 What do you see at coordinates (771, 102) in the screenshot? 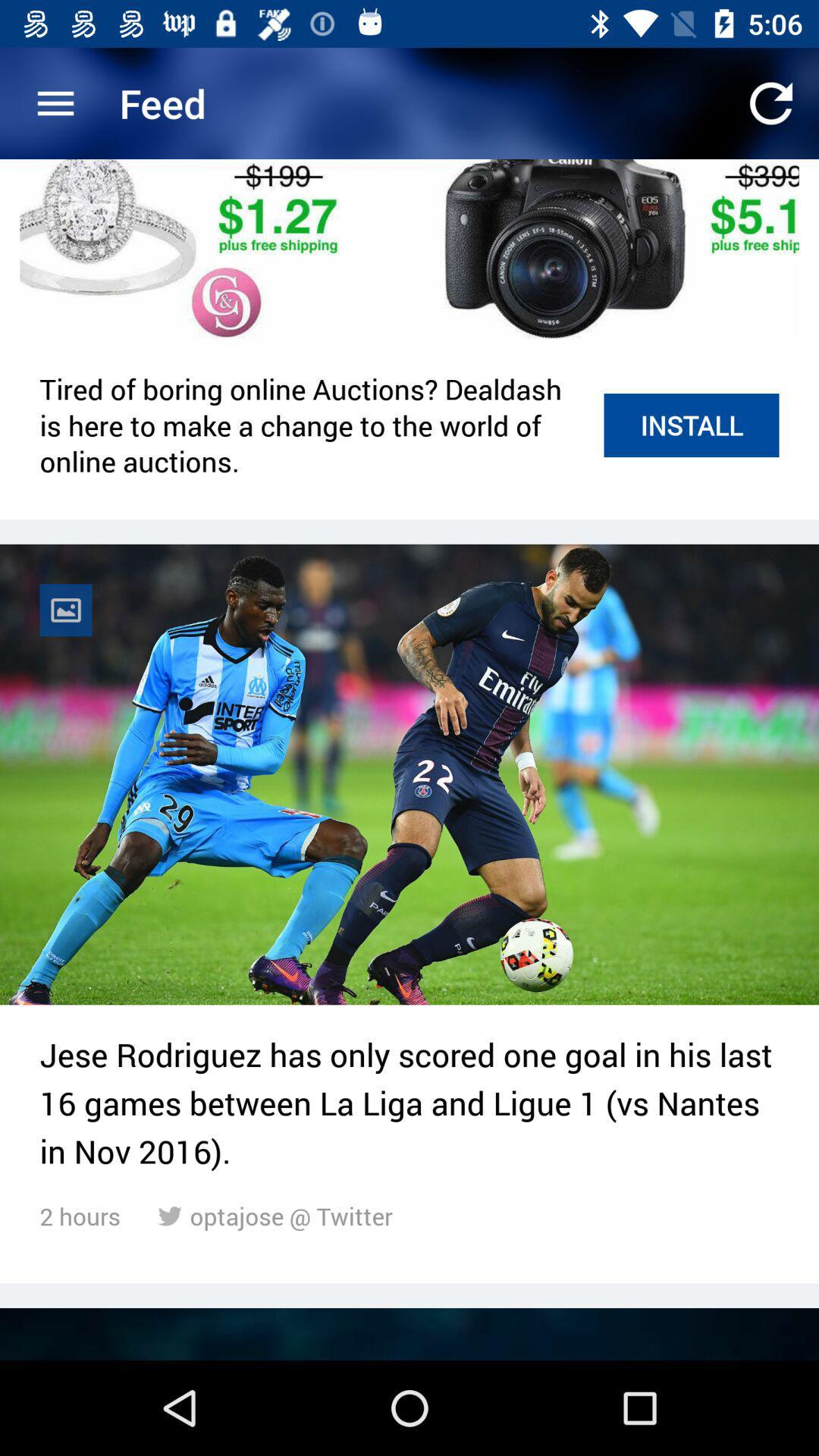
I see `item to the right of the feed item` at bounding box center [771, 102].